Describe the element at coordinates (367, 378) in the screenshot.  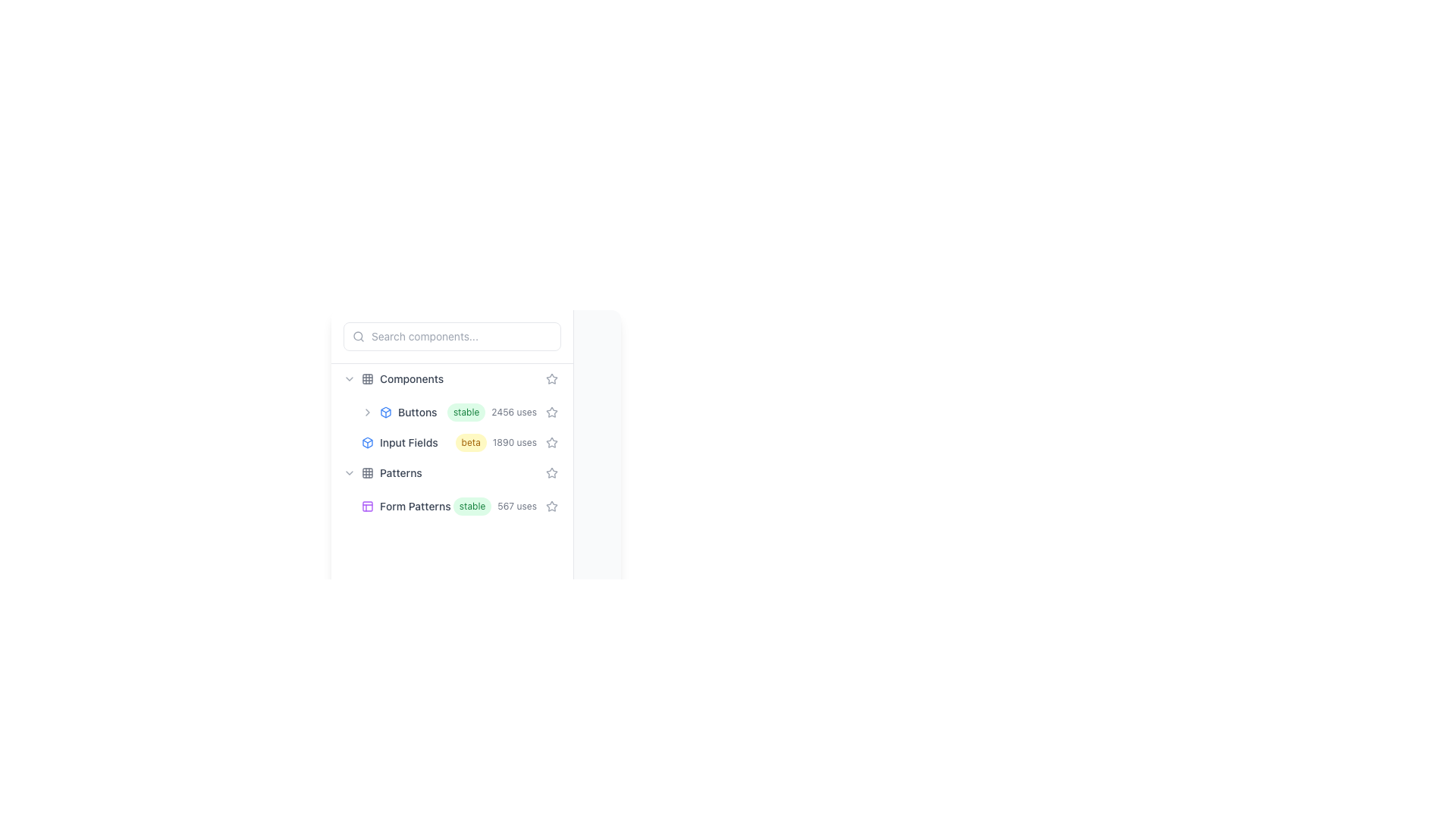
I see `the visual state of the top-left filled square in the 3x3 grid icon located in the toolbar or menu area` at that location.